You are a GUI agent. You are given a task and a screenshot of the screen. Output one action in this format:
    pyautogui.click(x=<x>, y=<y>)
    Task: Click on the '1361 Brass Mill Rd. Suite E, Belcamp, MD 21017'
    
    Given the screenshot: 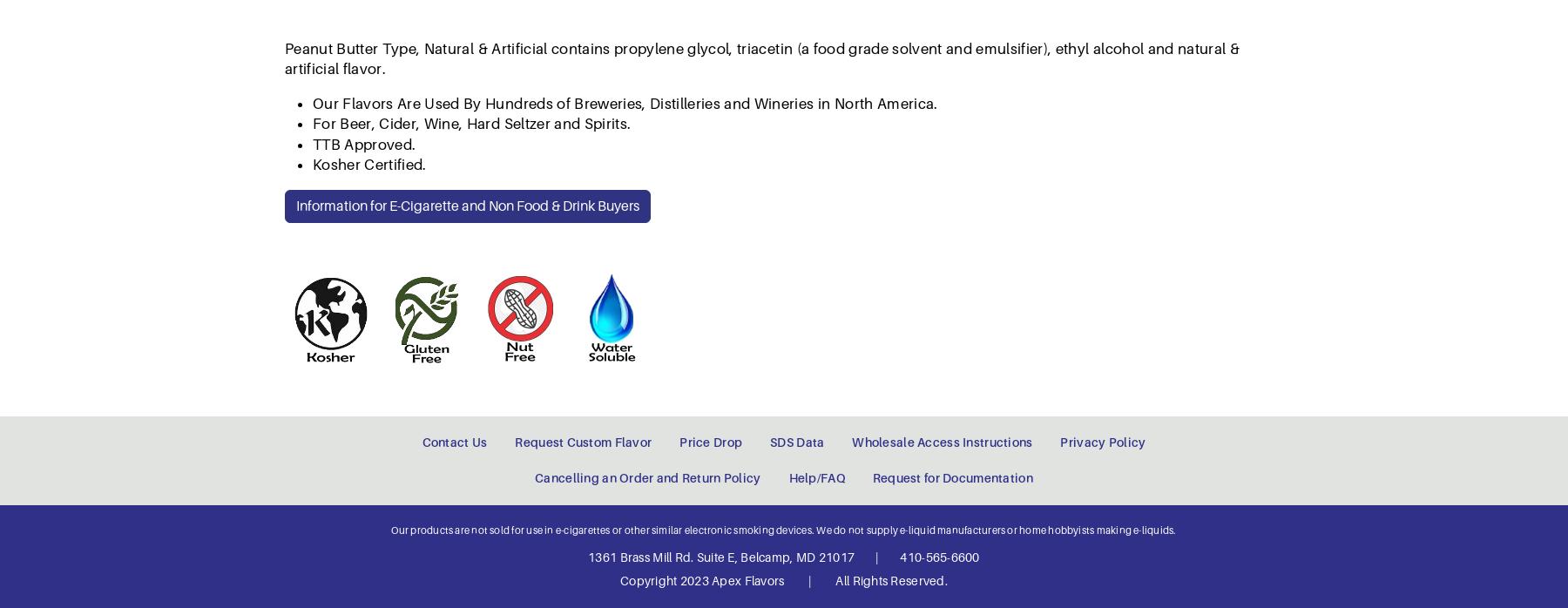 What is the action you would take?
    pyautogui.click(x=588, y=212)
    